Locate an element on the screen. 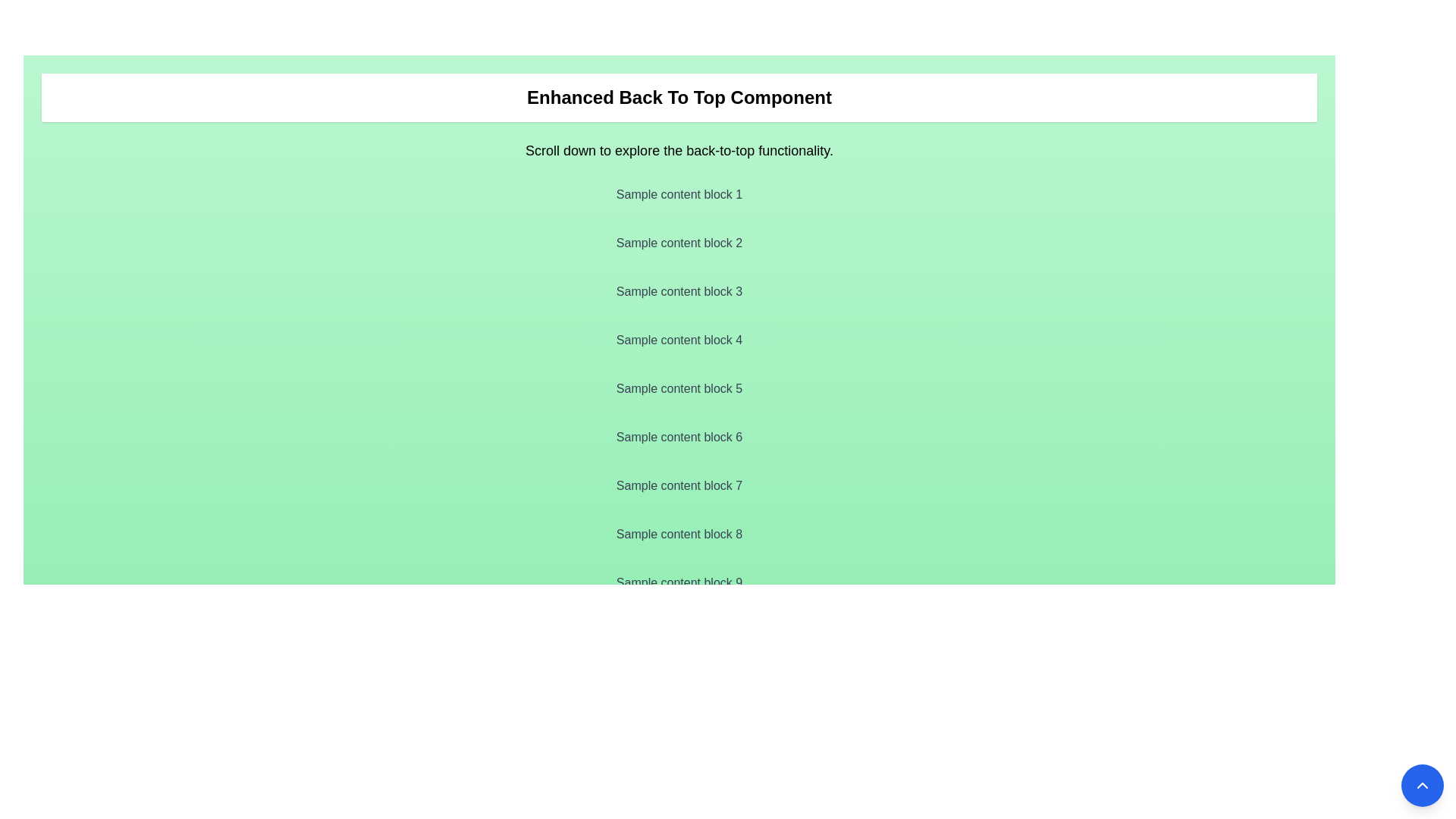 The width and height of the screenshot is (1456, 819). the text content of the second visible text block in the vertical list of content blocks, positioned between 'Sample content block 1' and 'Sample content block 3' is located at coordinates (679, 242).